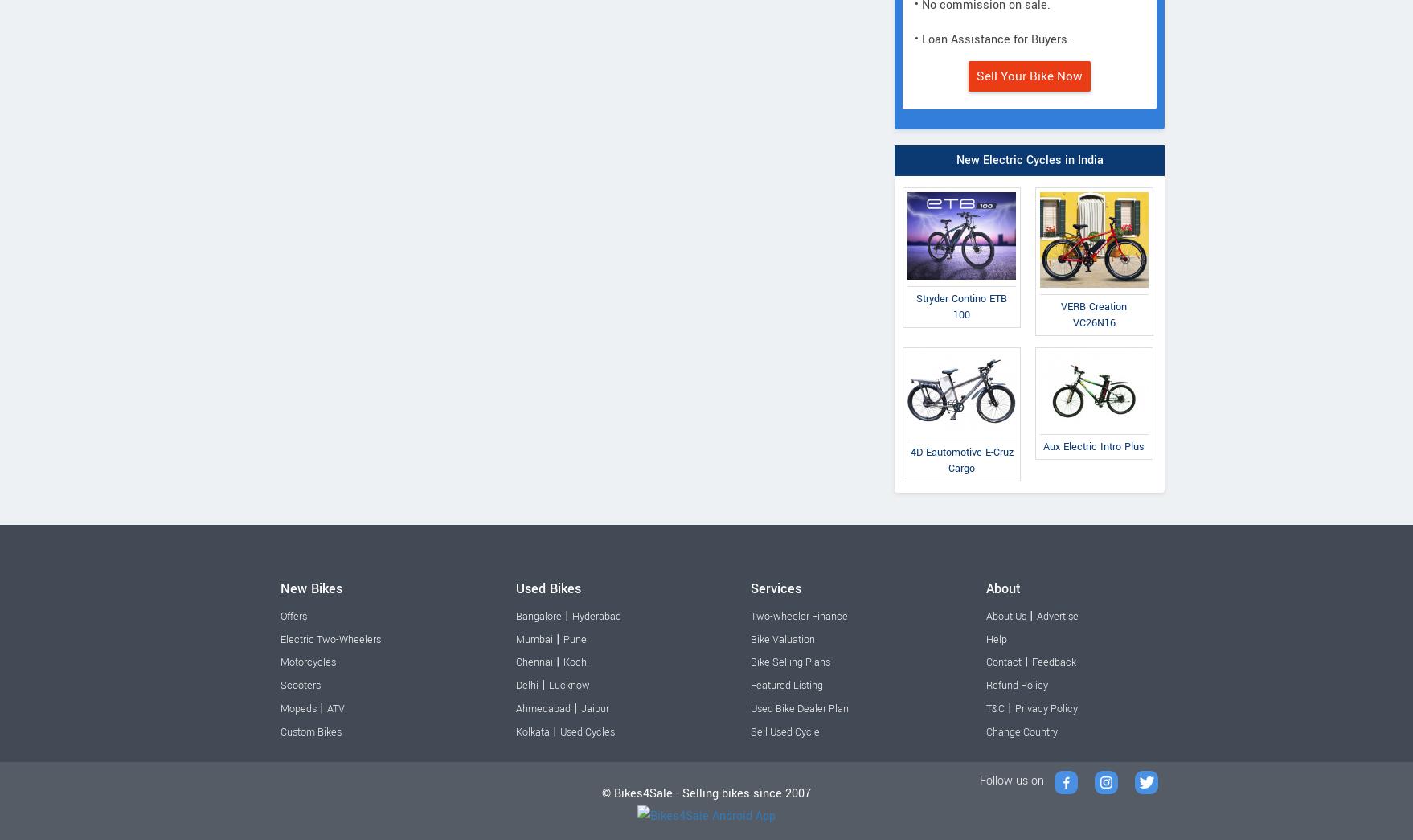  I want to click on 'Bike Selling Plans', so click(790, 661).